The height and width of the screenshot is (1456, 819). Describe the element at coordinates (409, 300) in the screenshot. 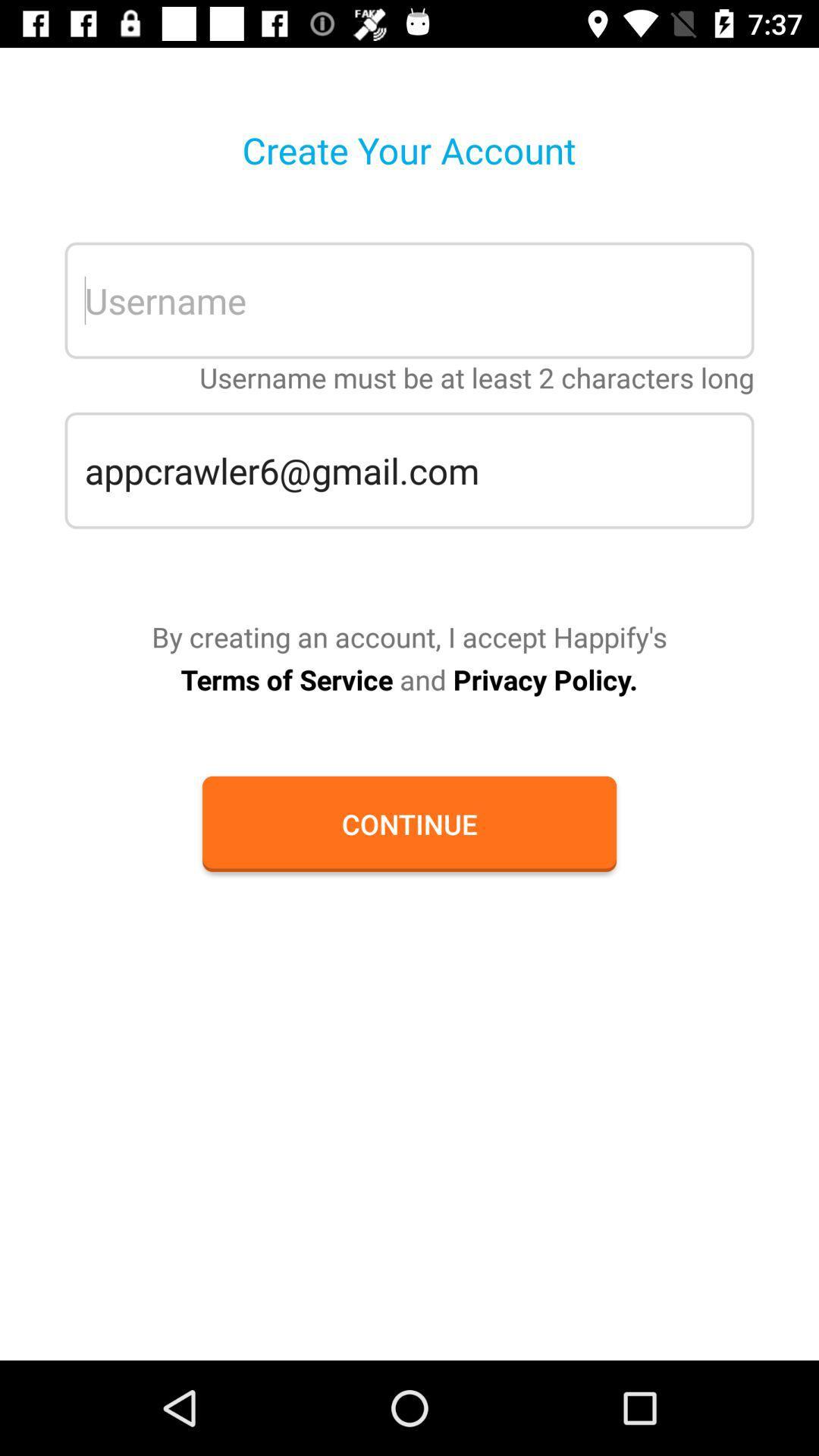

I see `username` at that location.